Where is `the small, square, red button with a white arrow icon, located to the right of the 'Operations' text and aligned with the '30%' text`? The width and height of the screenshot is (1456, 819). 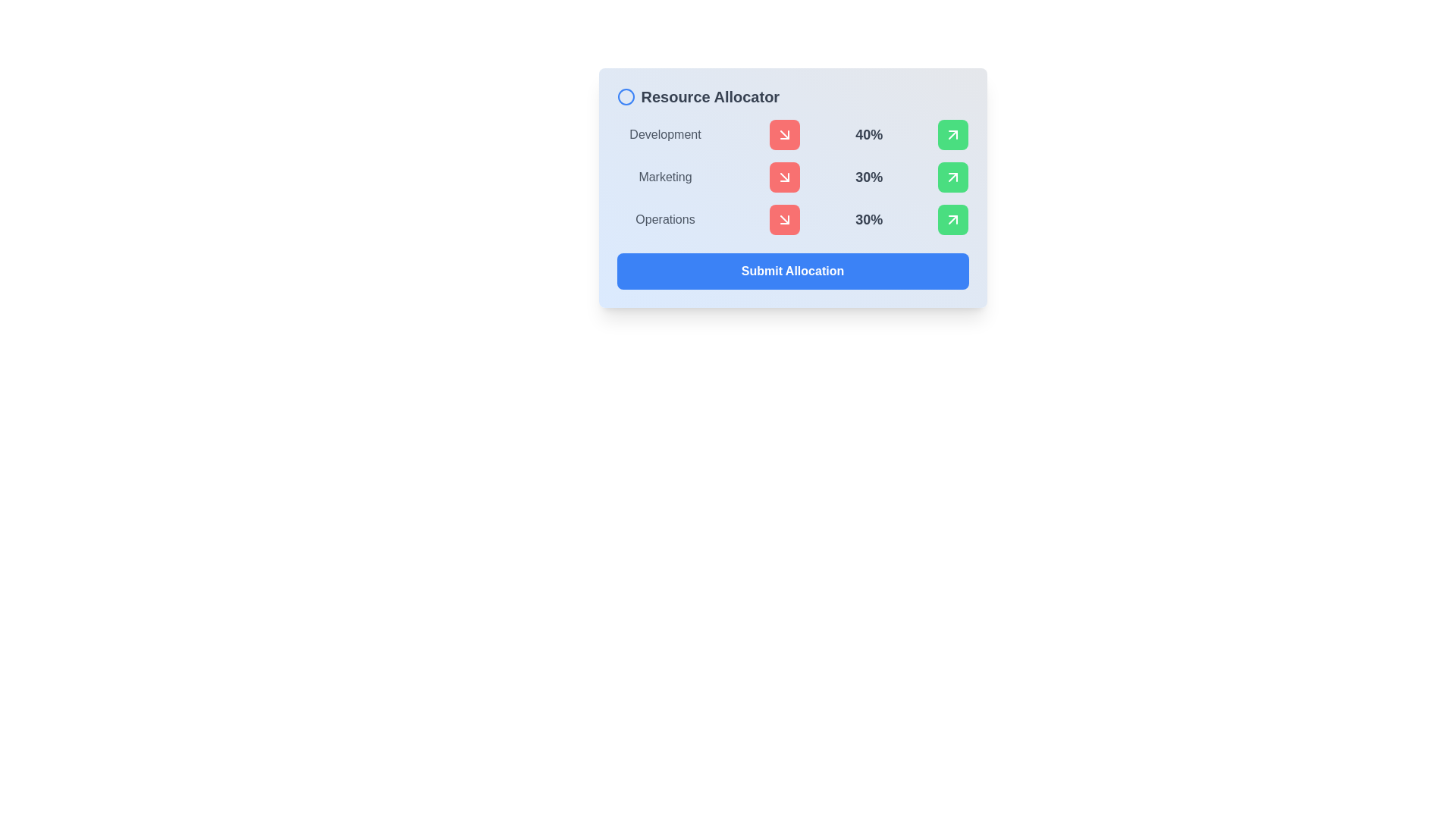
the small, square, red button with a white arrow icon, located to the right of the 'Operations' text and aligned with the '30%' text is located at coordinates (784, 219).